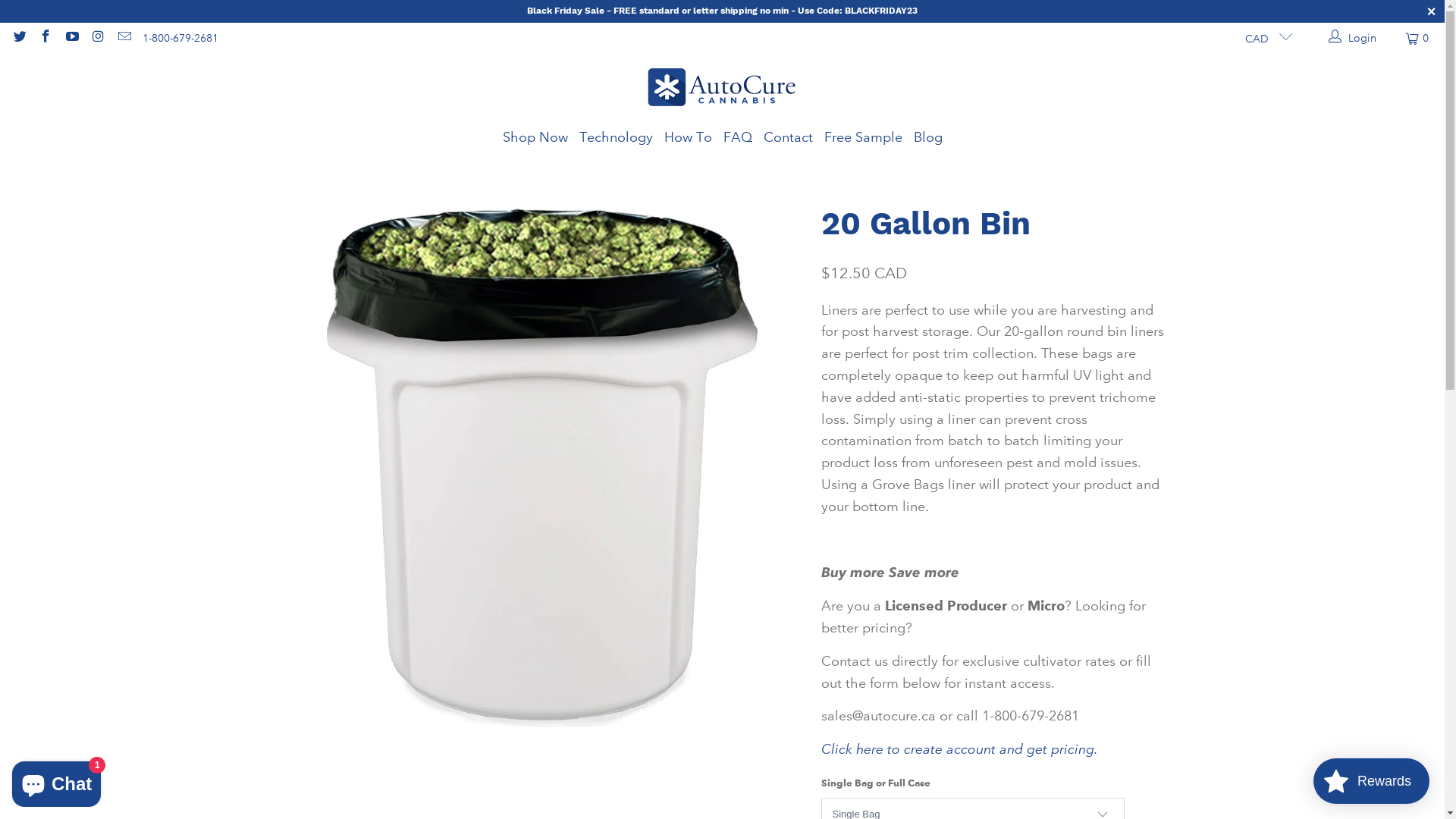 The image size is (1456, 819). I want to click on 'CAD', so click(1263, 37).